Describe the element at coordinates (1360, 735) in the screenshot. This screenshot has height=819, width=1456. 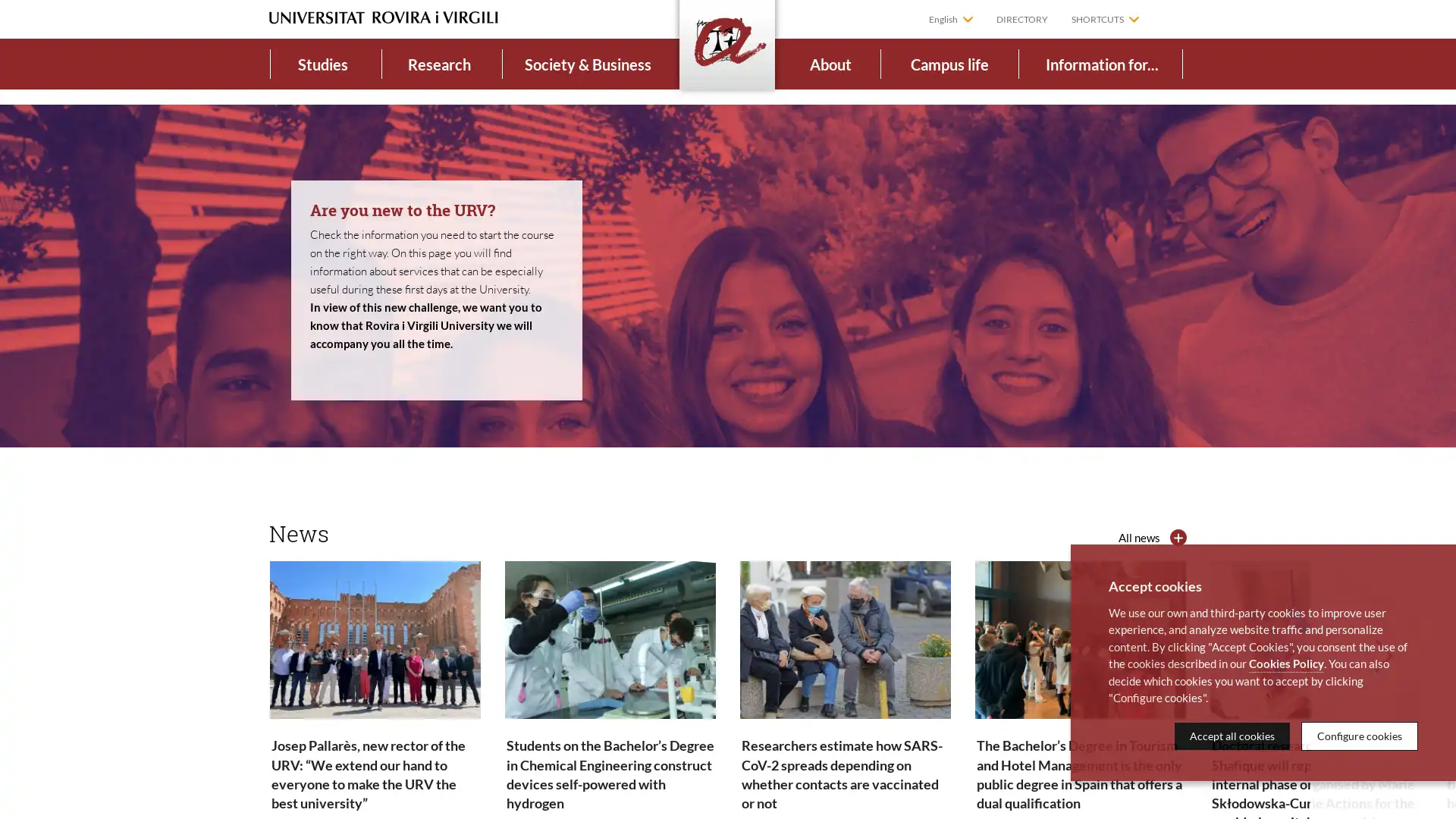
I see `Configure cookies` at that location.